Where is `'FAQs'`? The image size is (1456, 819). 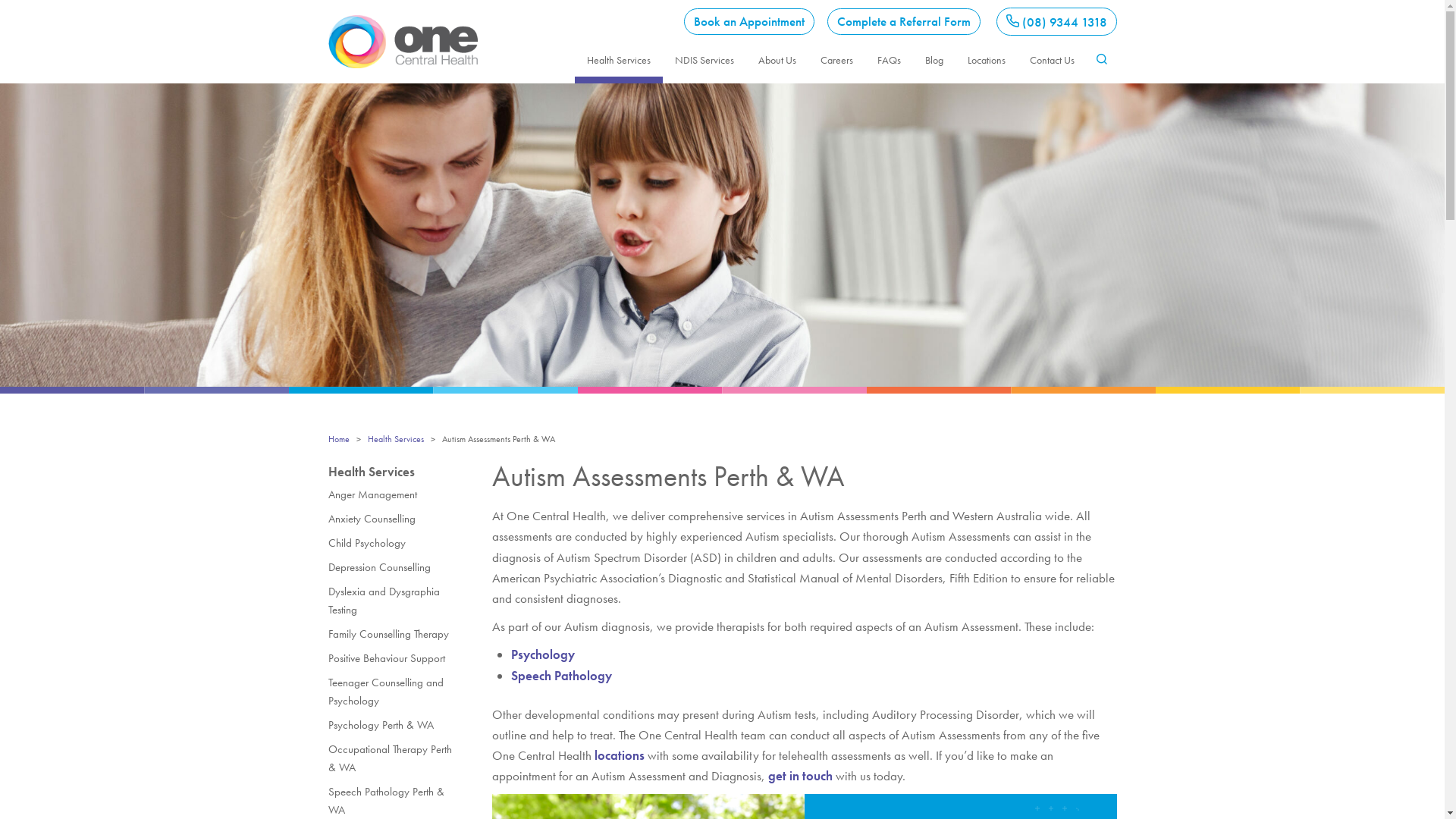 'FAQs' is located at coordinates (888, 58).